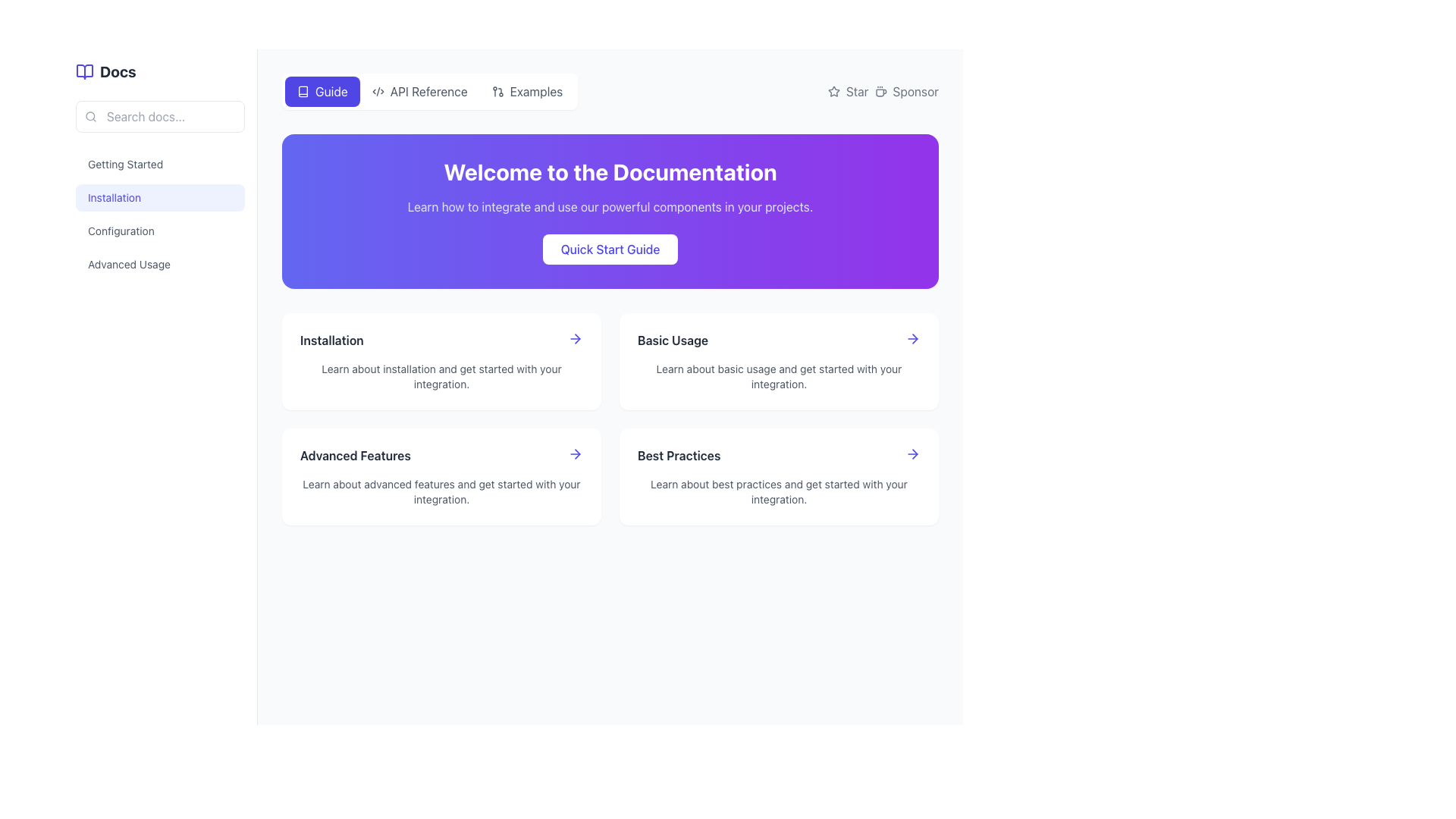 Image resolution: width=1456 pixels, height=819 pixels. I want to click on the text label providing supplementary information for the 'Advanced Features' section, so click(441, 491).